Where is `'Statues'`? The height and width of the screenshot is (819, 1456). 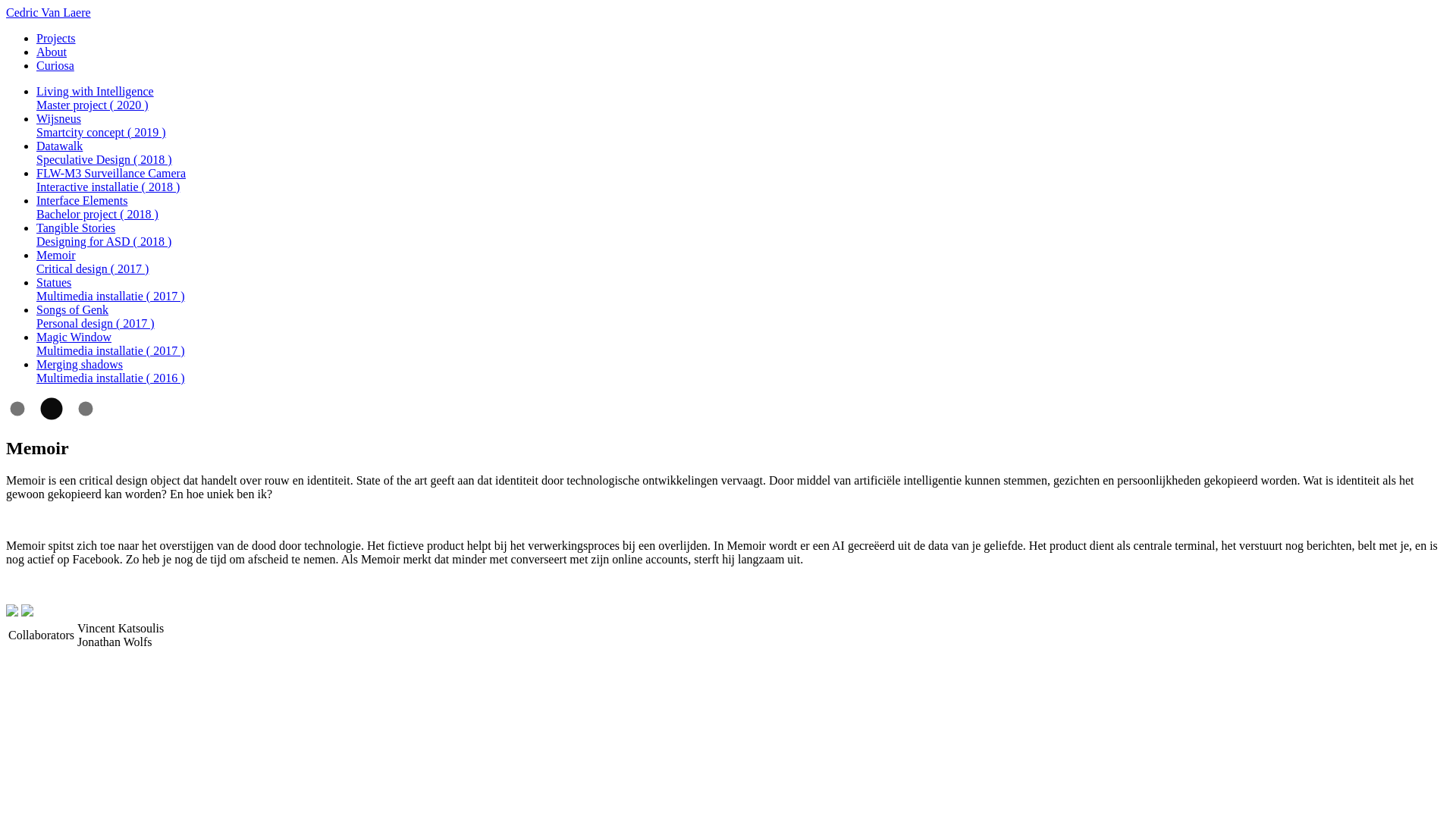
'Statues' is located at coordinates (36, 282).